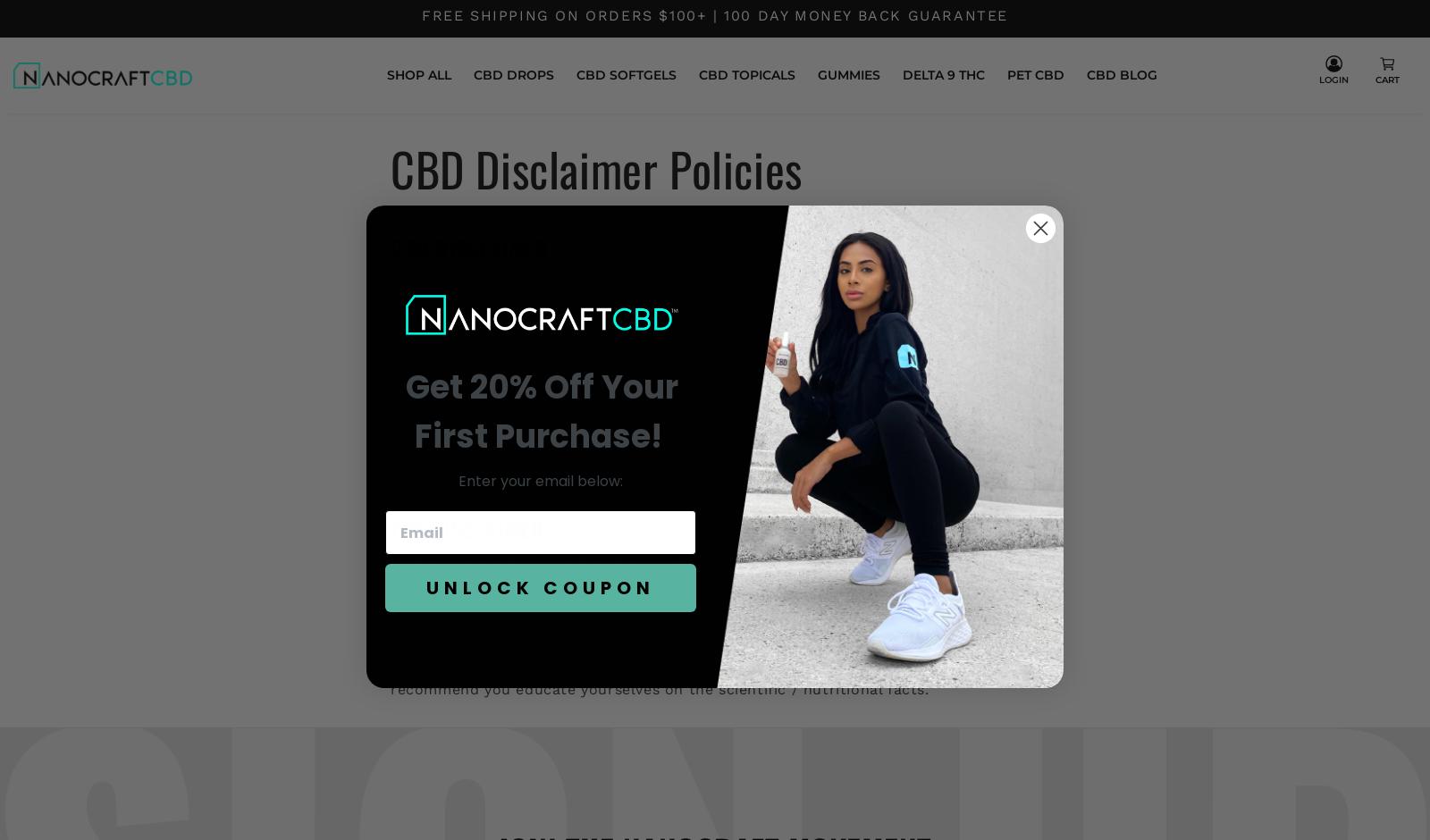 This screenshot has height=840, width=1430. I want to click on 'The statements and products referred to throughout this site have not been evaluated by the FDA. They are not intended to diagnose, treat, cure or prevent any disease or condition. If you have a health condition or concern, consult a physician or your health care provider. Always consult a medical doctor before modifying your diet, using any new product, drug, supplement, or doing new exercises. We recommend you educate yourselves on the scientific / nutritional facts.', so click(713, 623).